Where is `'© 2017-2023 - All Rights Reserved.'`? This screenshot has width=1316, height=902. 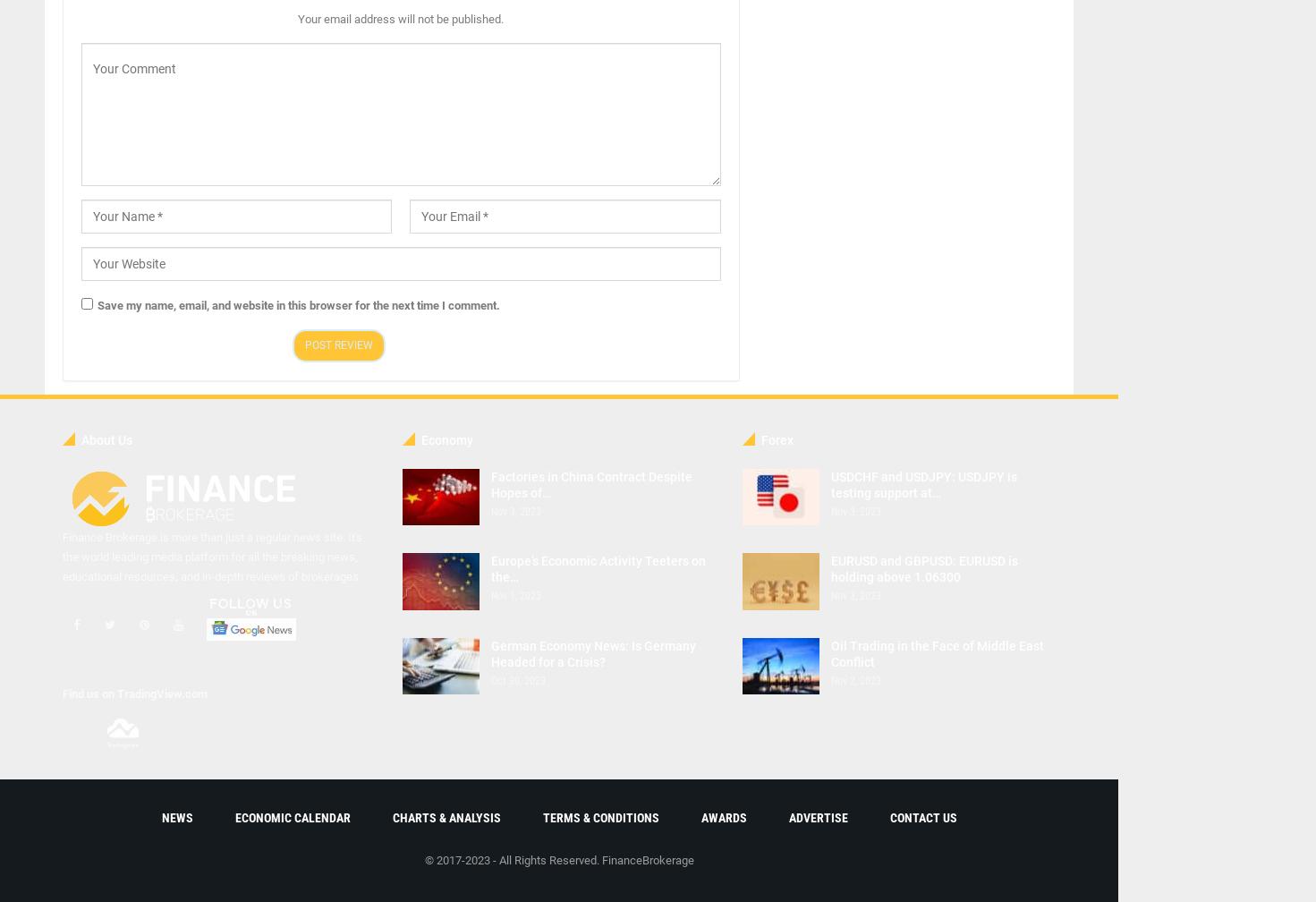 '© 2017-2023 - All Rights Reserved.' is located at coordinates (511, 860).